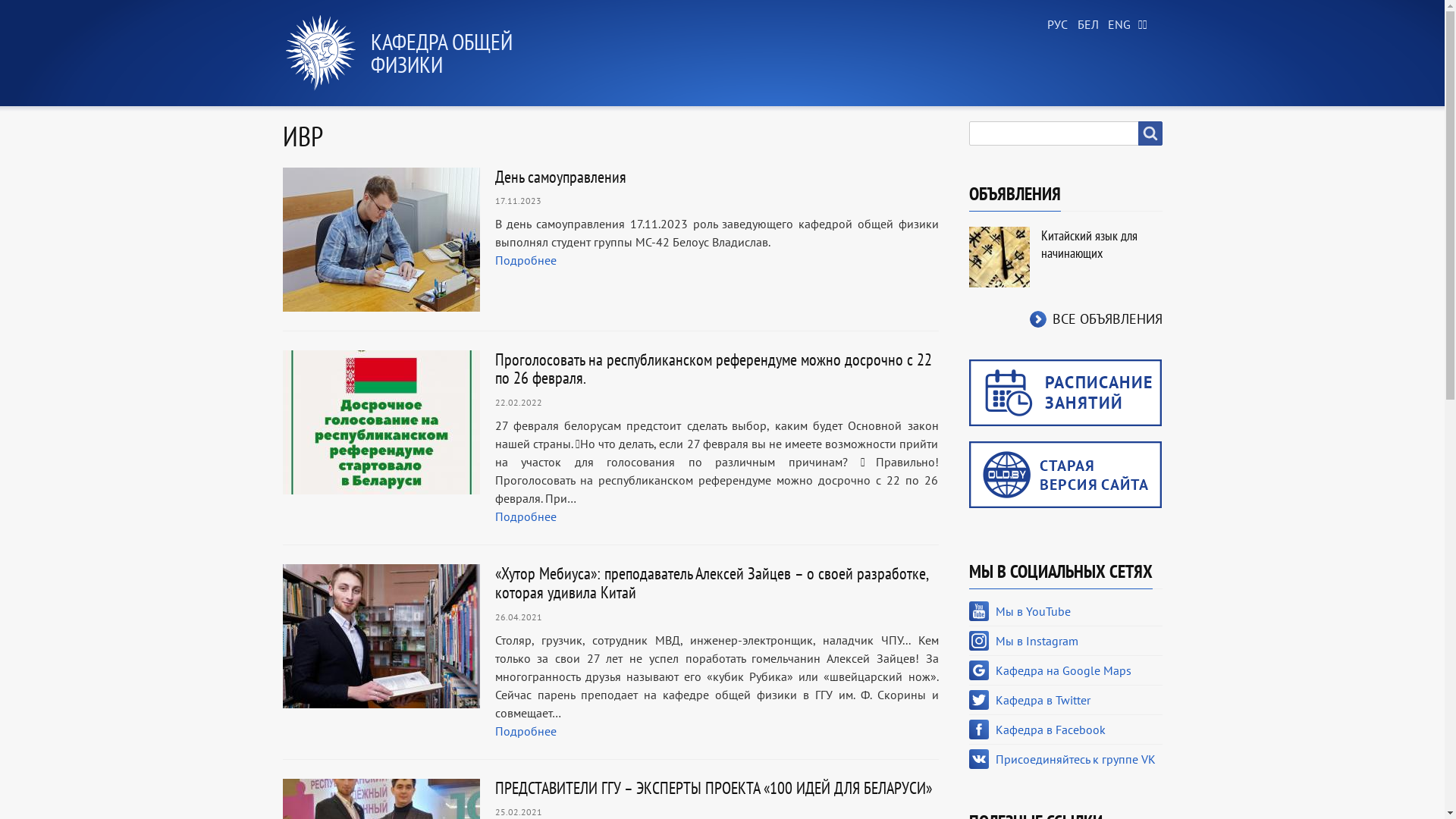  I want to click on 'Belarusian', so click(1084, 25).